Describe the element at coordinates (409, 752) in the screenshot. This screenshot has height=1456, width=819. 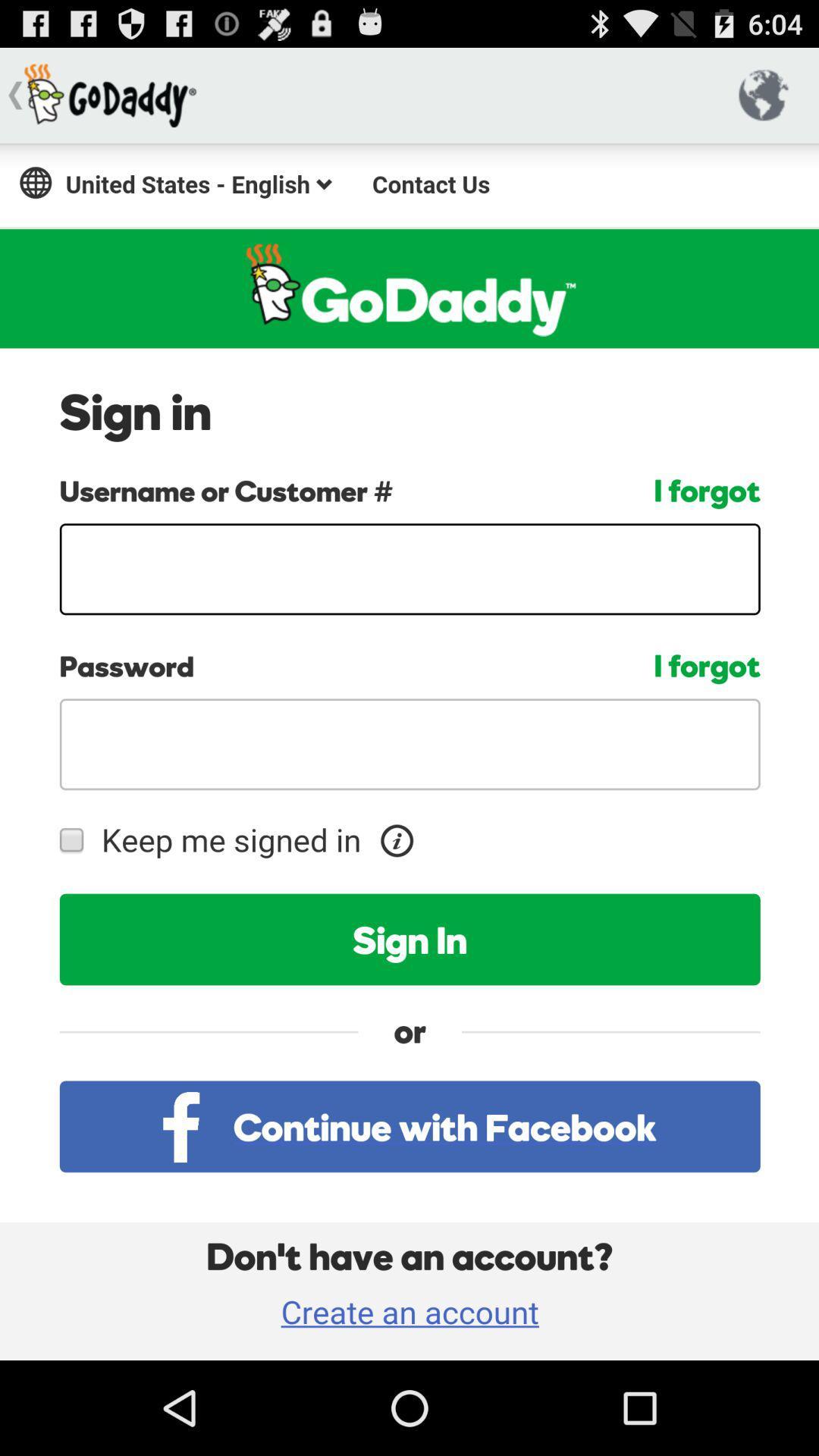
I see `sign on information` at that location.